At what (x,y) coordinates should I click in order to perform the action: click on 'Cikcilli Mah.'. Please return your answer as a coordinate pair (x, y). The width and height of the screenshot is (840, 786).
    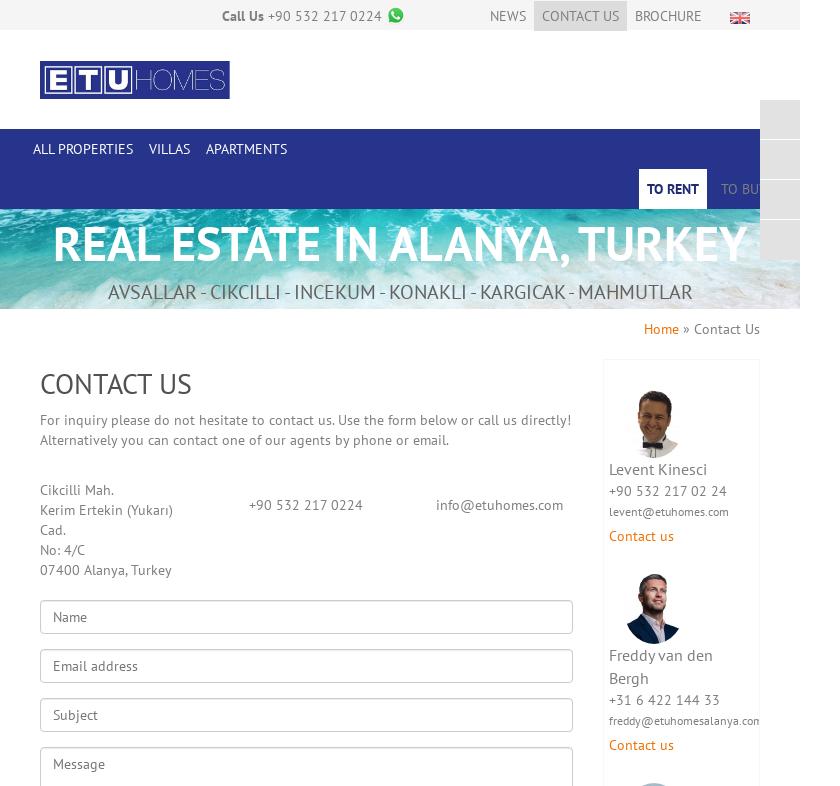
    Looking at the image, I should click on (77, 487).